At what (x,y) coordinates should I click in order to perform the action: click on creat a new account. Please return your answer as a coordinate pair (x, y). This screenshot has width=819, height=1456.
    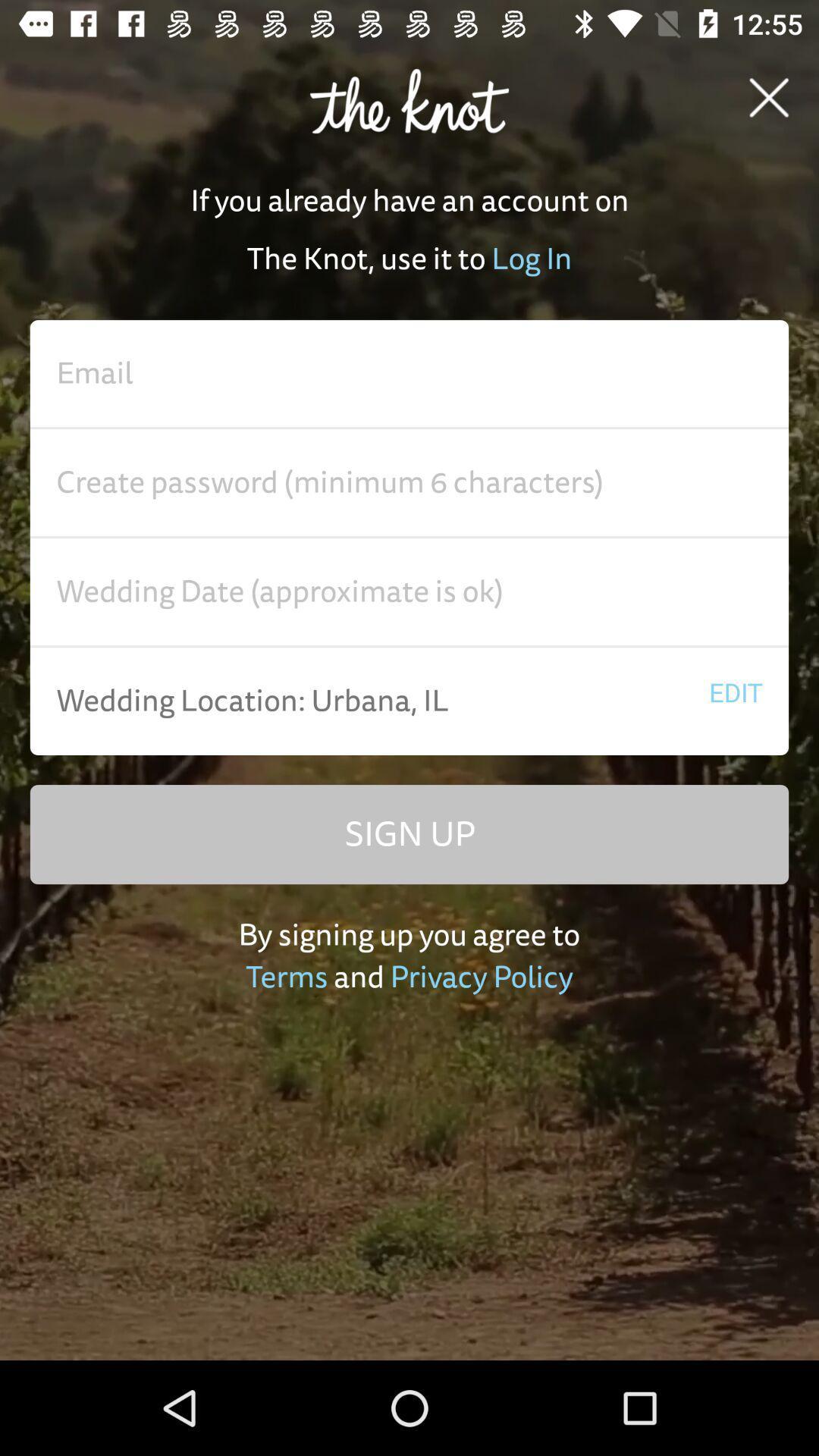
    Looking at the image, I should click on (409, 591).